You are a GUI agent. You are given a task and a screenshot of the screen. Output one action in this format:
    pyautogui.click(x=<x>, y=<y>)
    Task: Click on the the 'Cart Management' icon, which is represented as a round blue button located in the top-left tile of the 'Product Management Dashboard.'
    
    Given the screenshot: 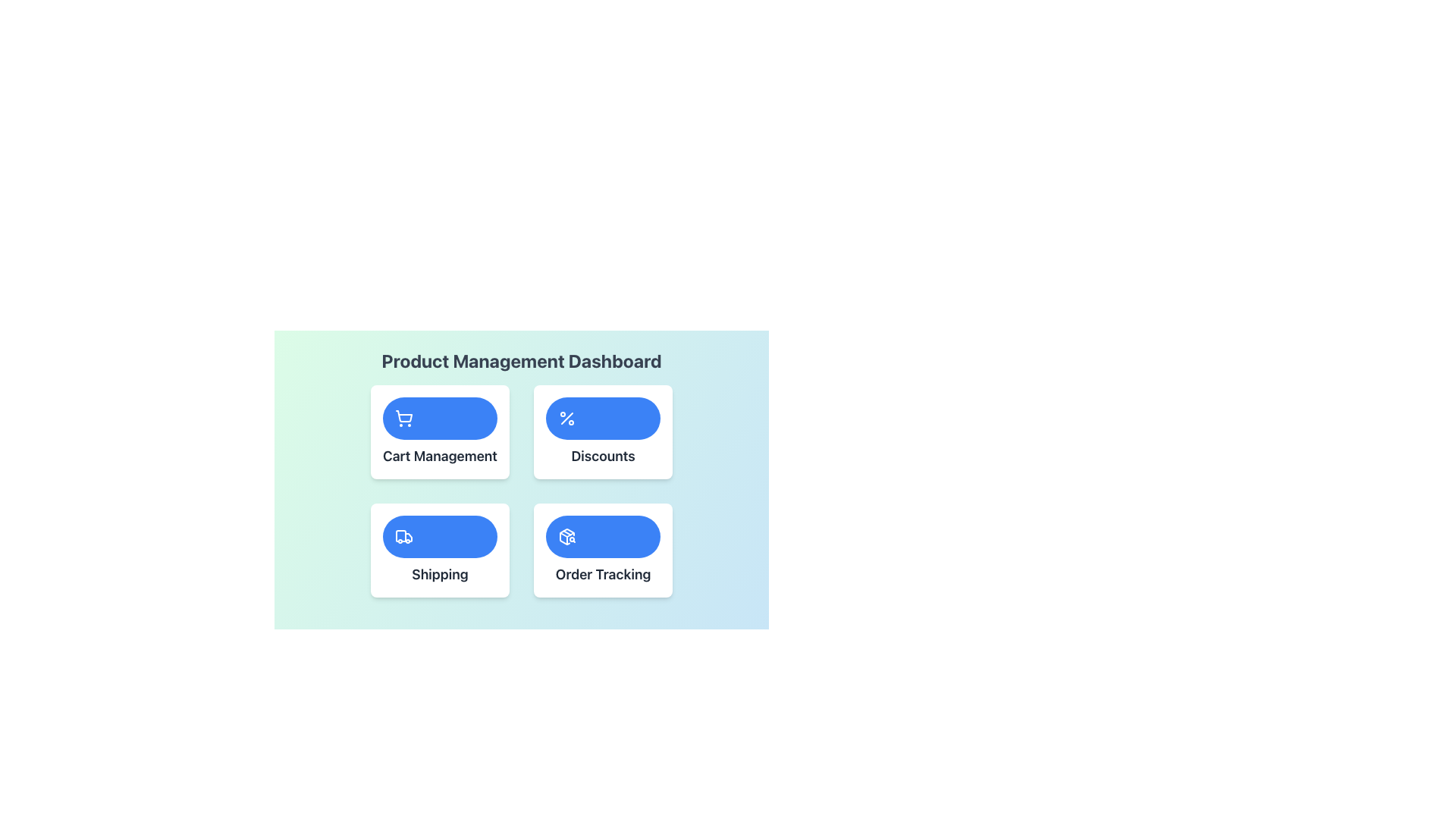 What is the action you would take?
    pyautogui.click(x=403, y=416)
    